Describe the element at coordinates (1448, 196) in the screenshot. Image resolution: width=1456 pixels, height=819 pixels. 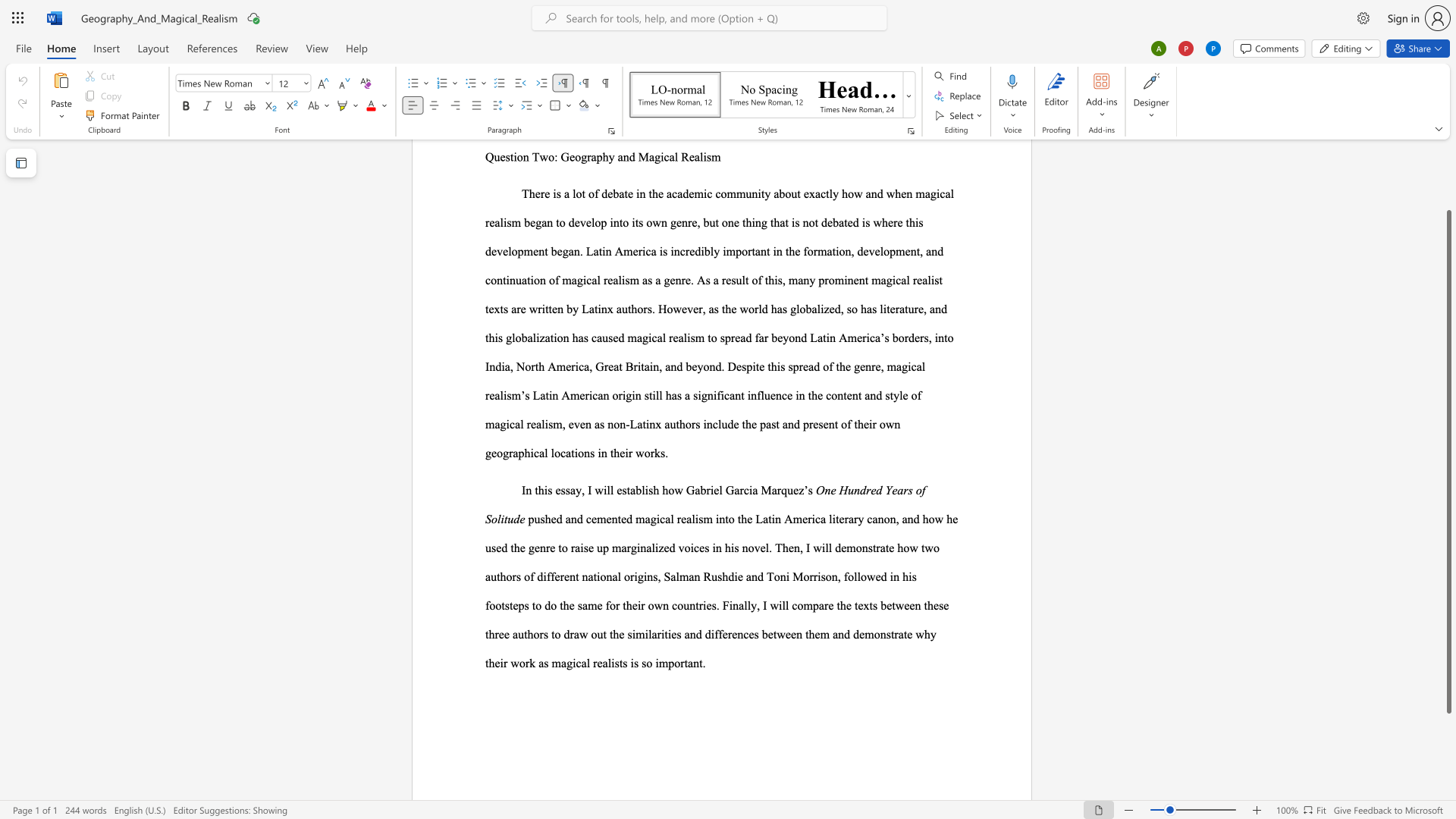
I see `the scrollbar to move the content higher` at that location.